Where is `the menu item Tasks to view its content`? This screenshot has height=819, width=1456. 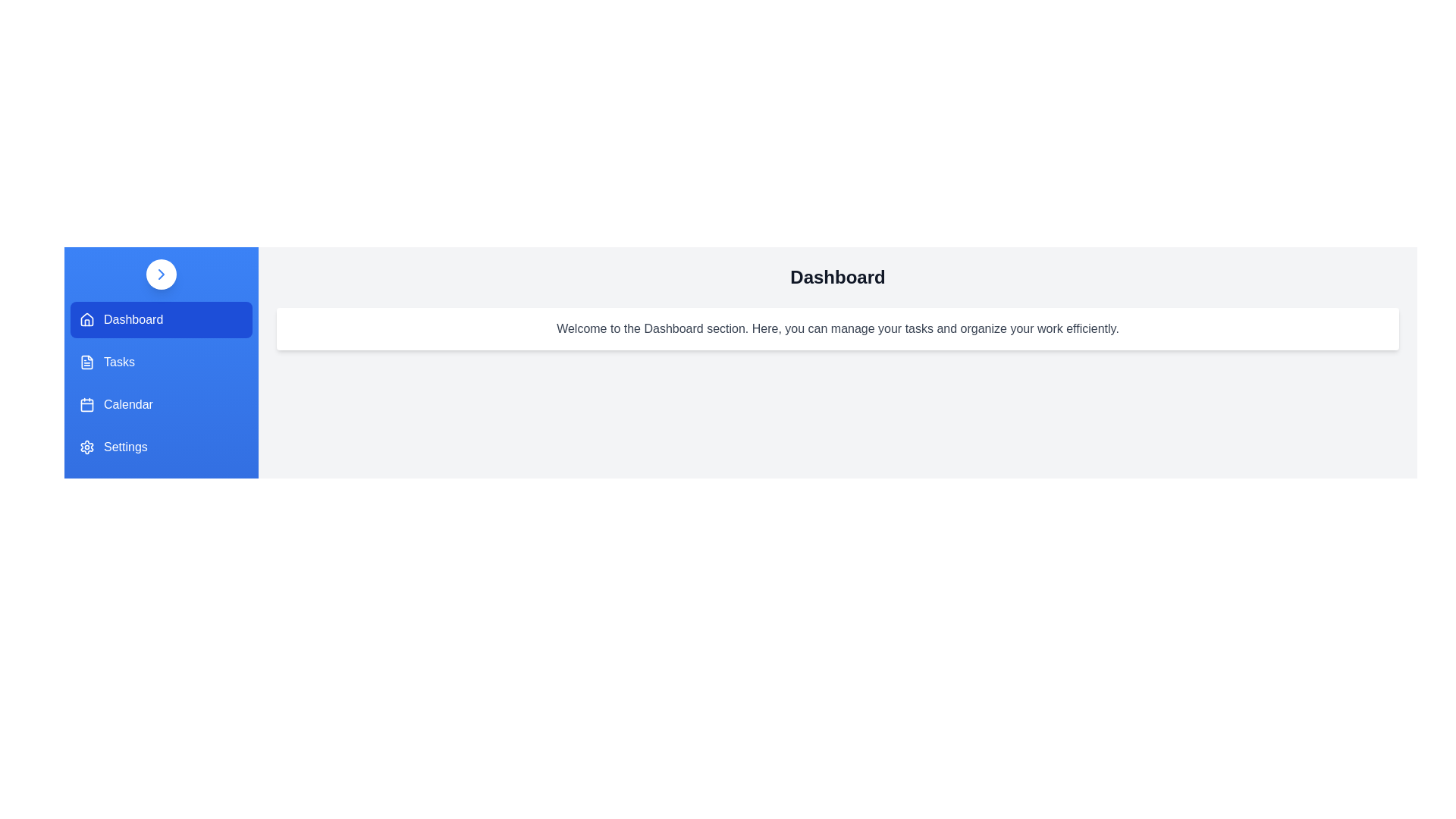
the menu item Tasks to view its content is located at coordinates (161, 362).